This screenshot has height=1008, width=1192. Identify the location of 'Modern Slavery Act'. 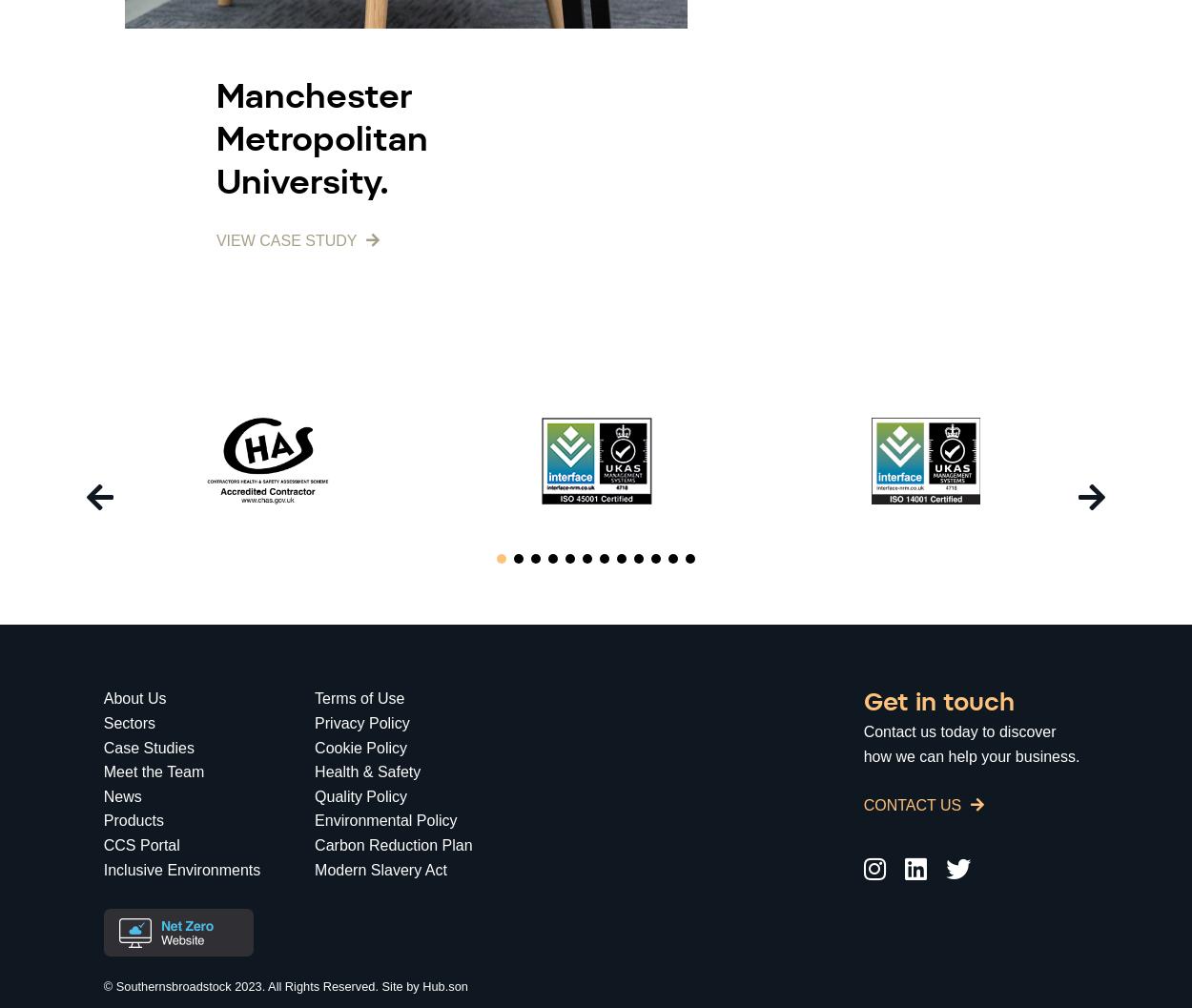
(380, 869).